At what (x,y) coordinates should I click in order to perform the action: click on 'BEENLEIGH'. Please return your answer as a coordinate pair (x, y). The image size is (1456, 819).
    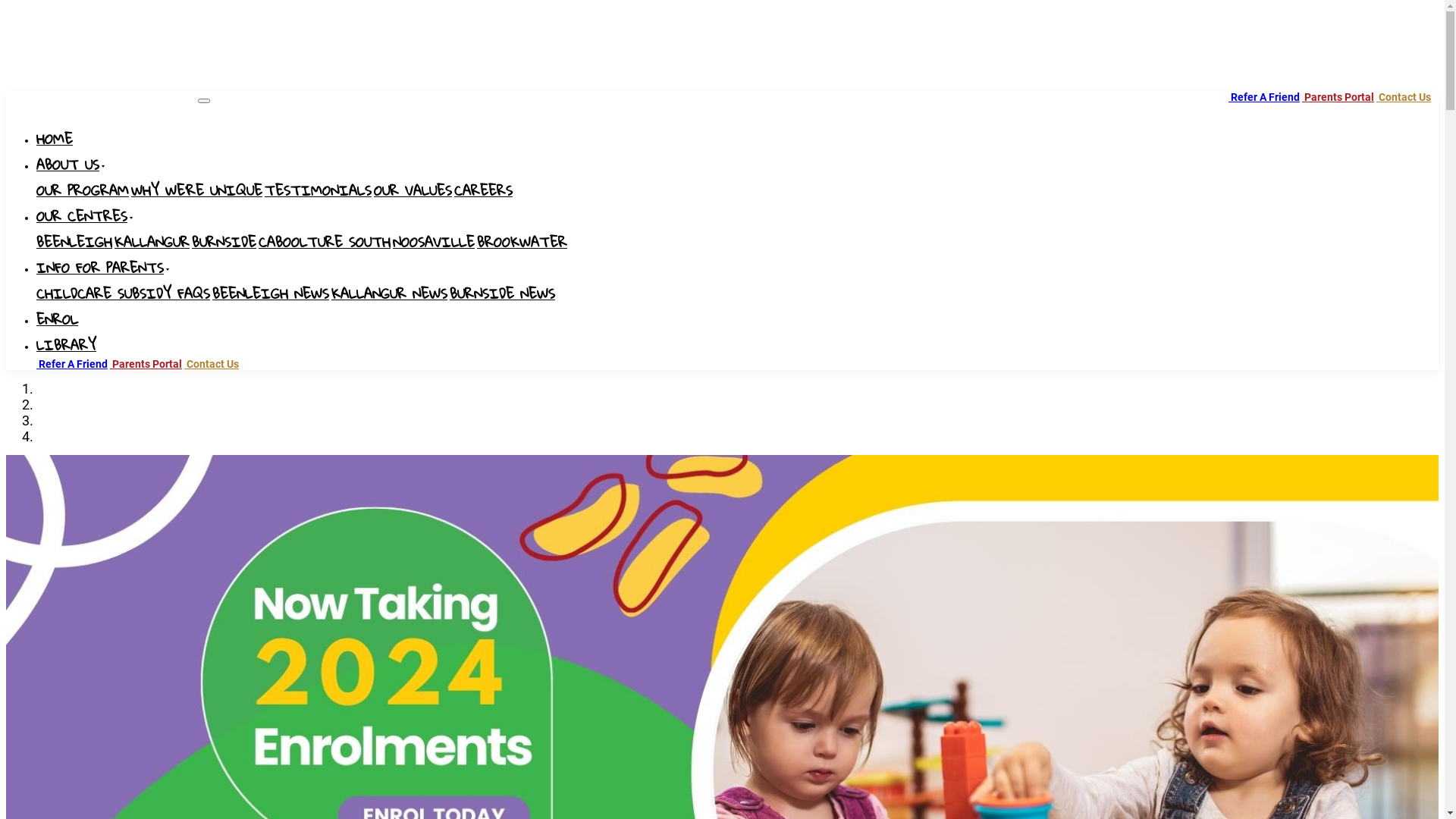
    Looking at the image, I should click on (73, 242).